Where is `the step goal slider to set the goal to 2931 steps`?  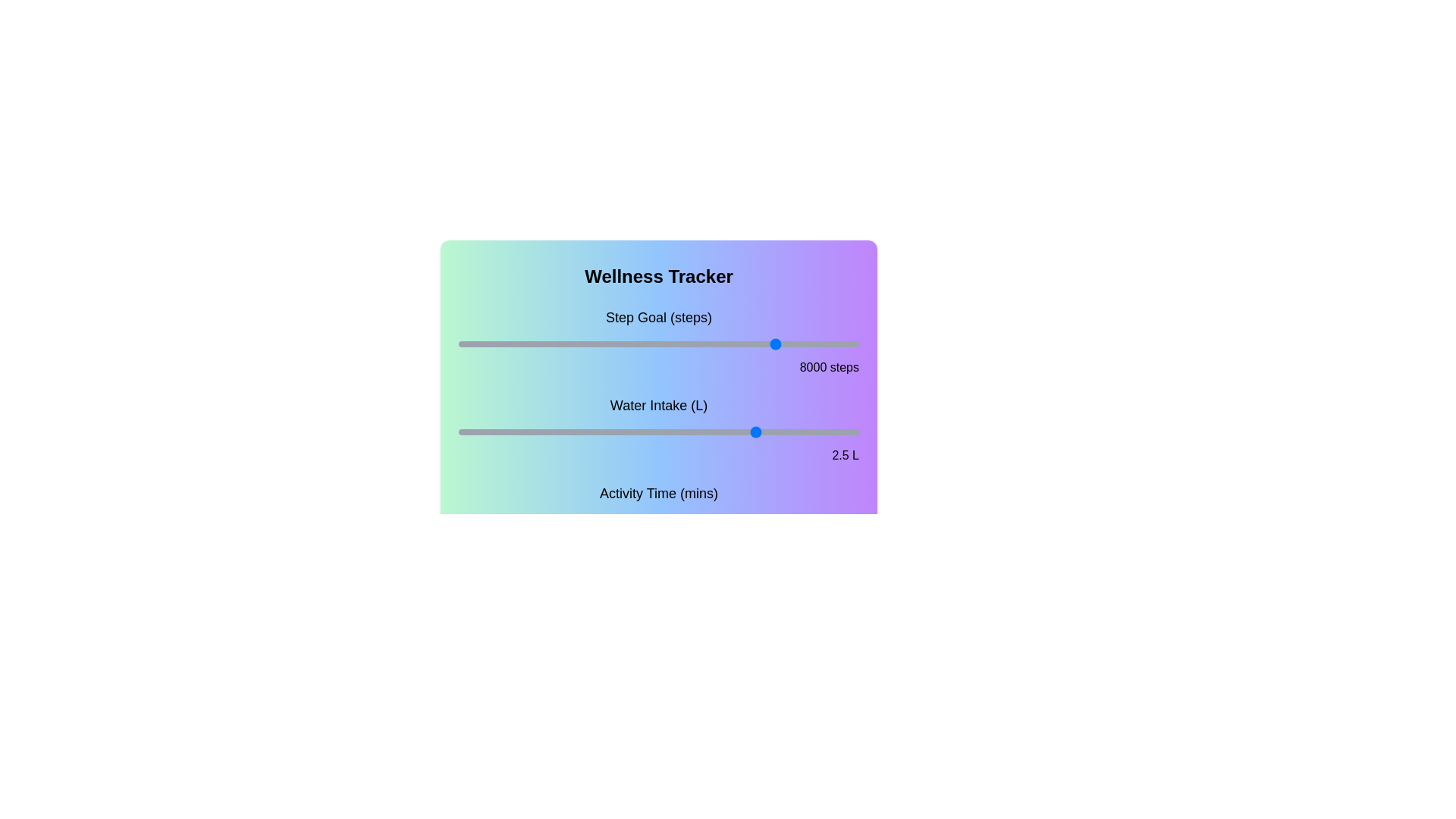
the step goal slider to set the goal to 2931 steps is located at coordinates (575, 344).